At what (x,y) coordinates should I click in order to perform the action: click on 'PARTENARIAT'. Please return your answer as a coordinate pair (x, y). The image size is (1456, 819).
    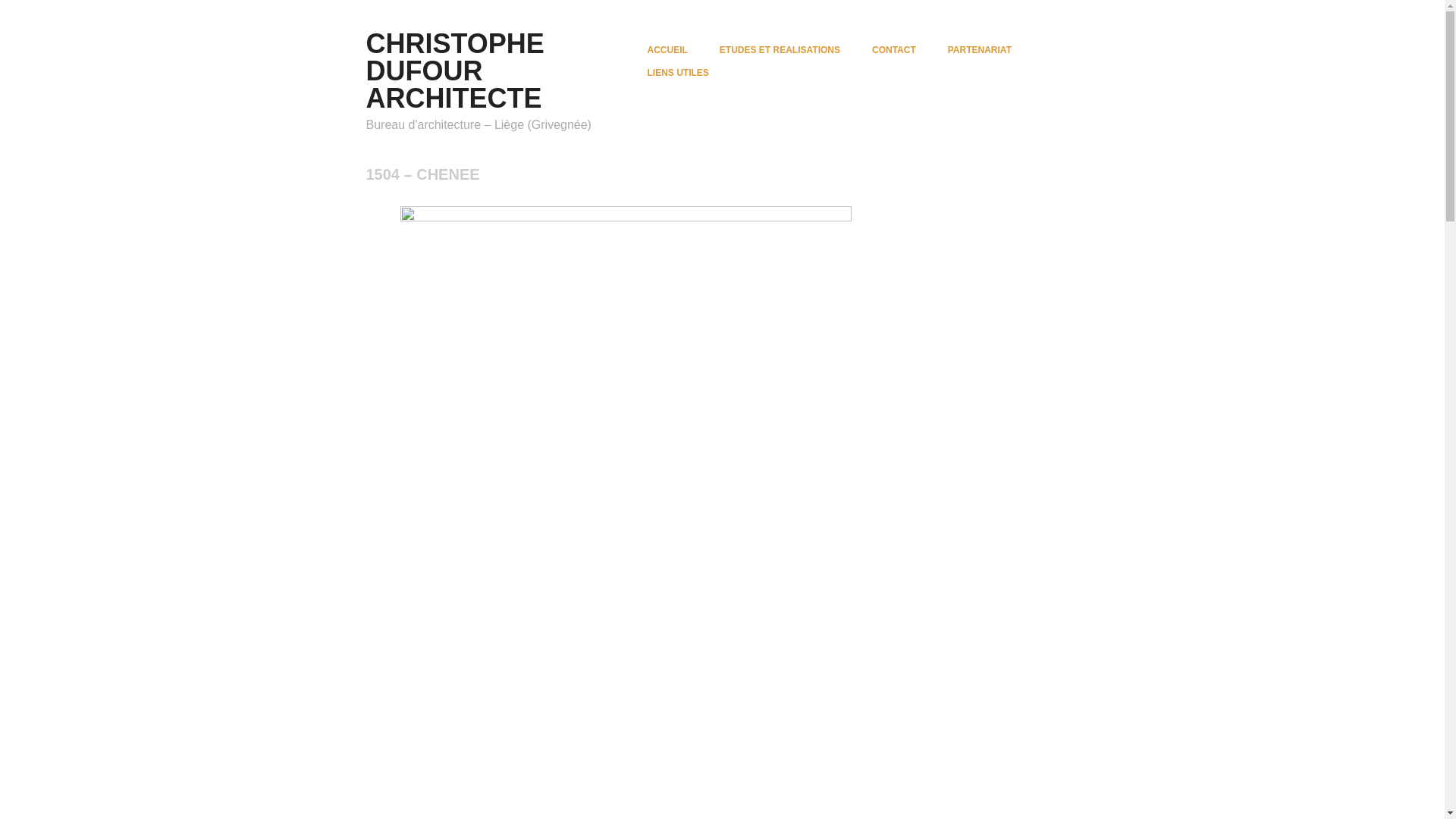
    Looking at the image, I should click on (946, 49).